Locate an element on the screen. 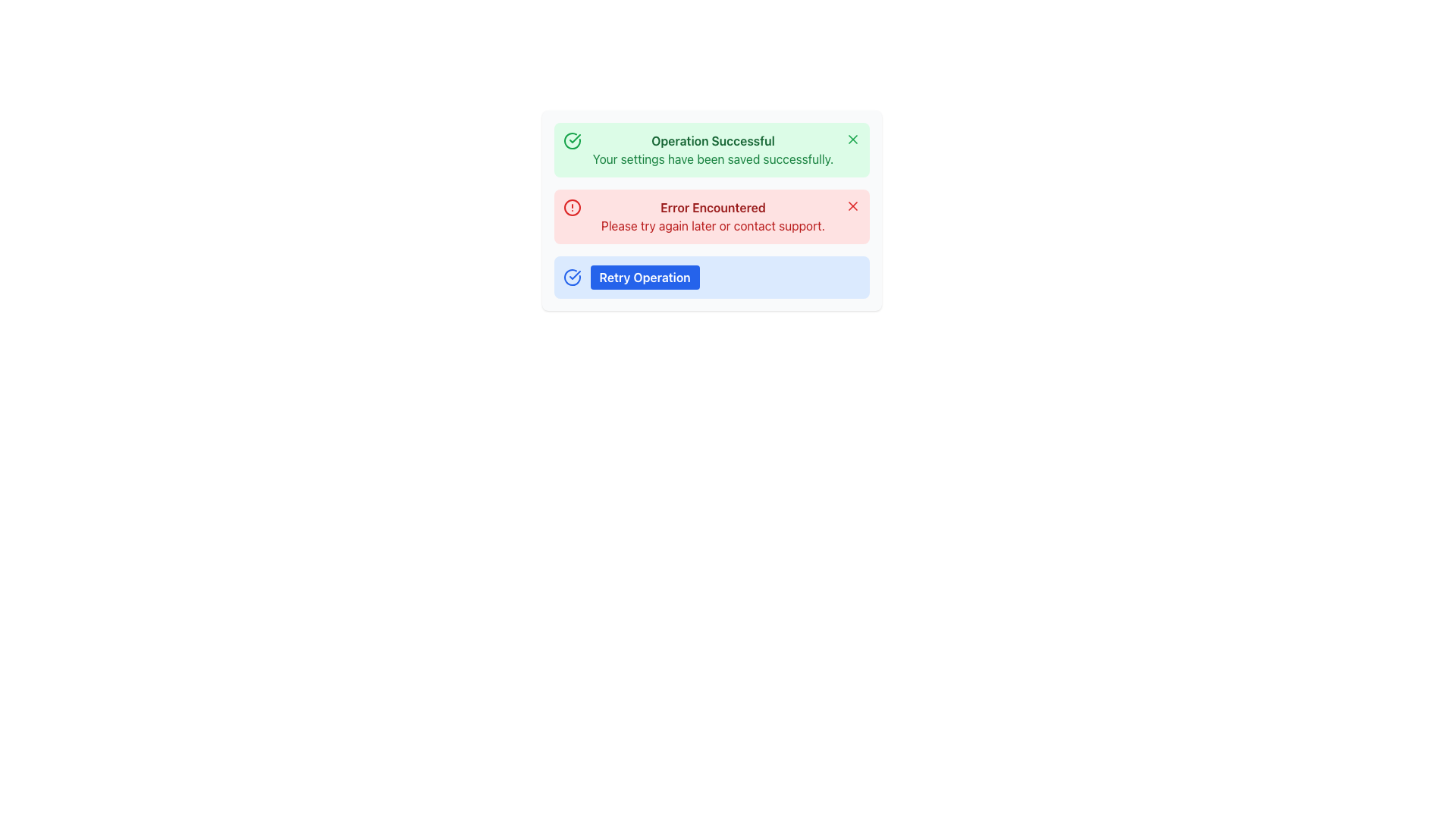  the informational text element located directly below the 'Error Encountered' message within the red alert box is located at coordinates (712, 225).